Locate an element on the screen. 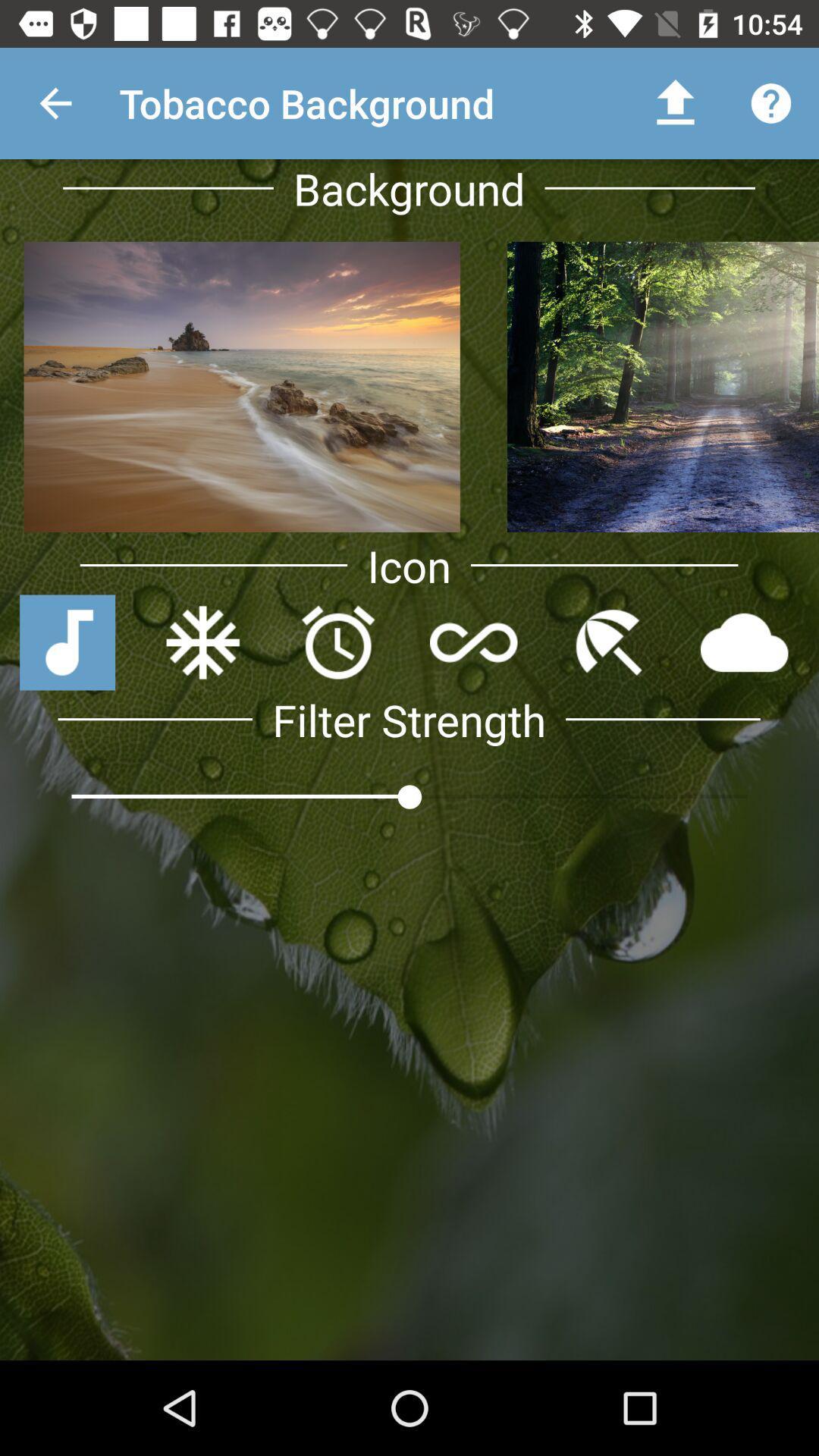 The width and height of the screenshot is (819, 1456). app to the left of the tobacco background is located at coordinates (55, 102).